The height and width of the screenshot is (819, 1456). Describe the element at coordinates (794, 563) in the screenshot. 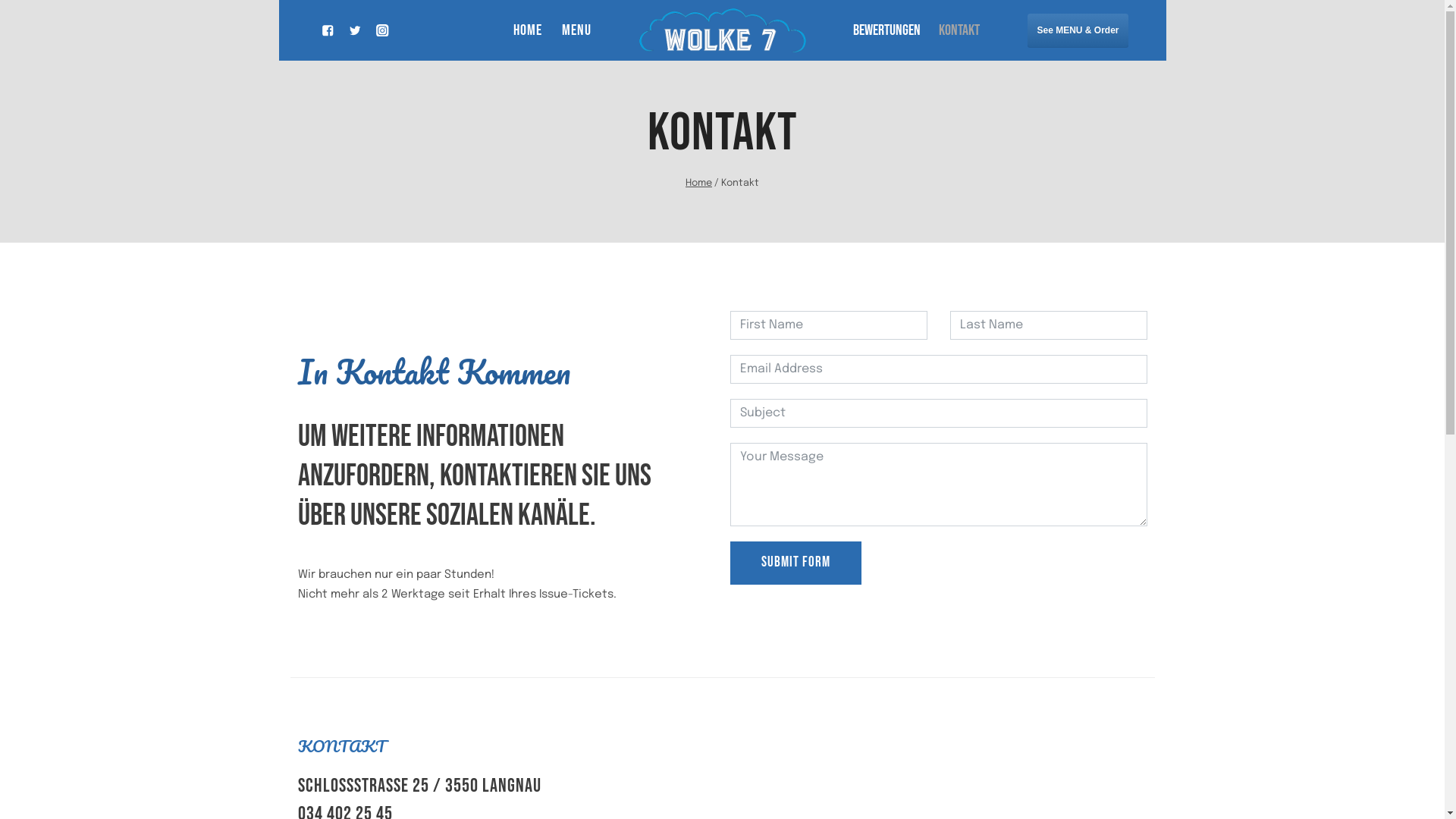

I see `'SUBMIT FORM'` at that location.